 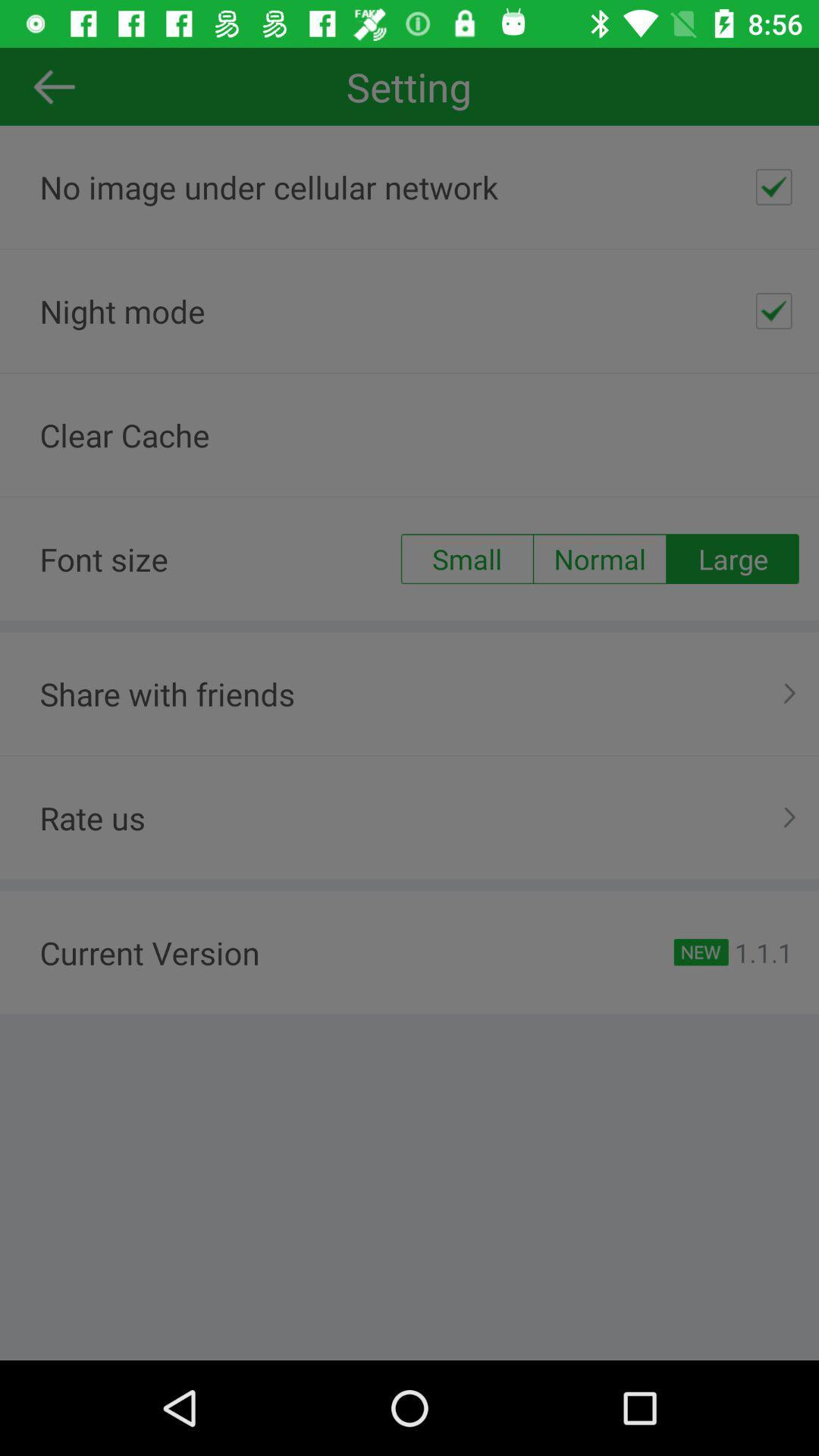 I want to click on item above night mode icon, so click(x=773, y=186).